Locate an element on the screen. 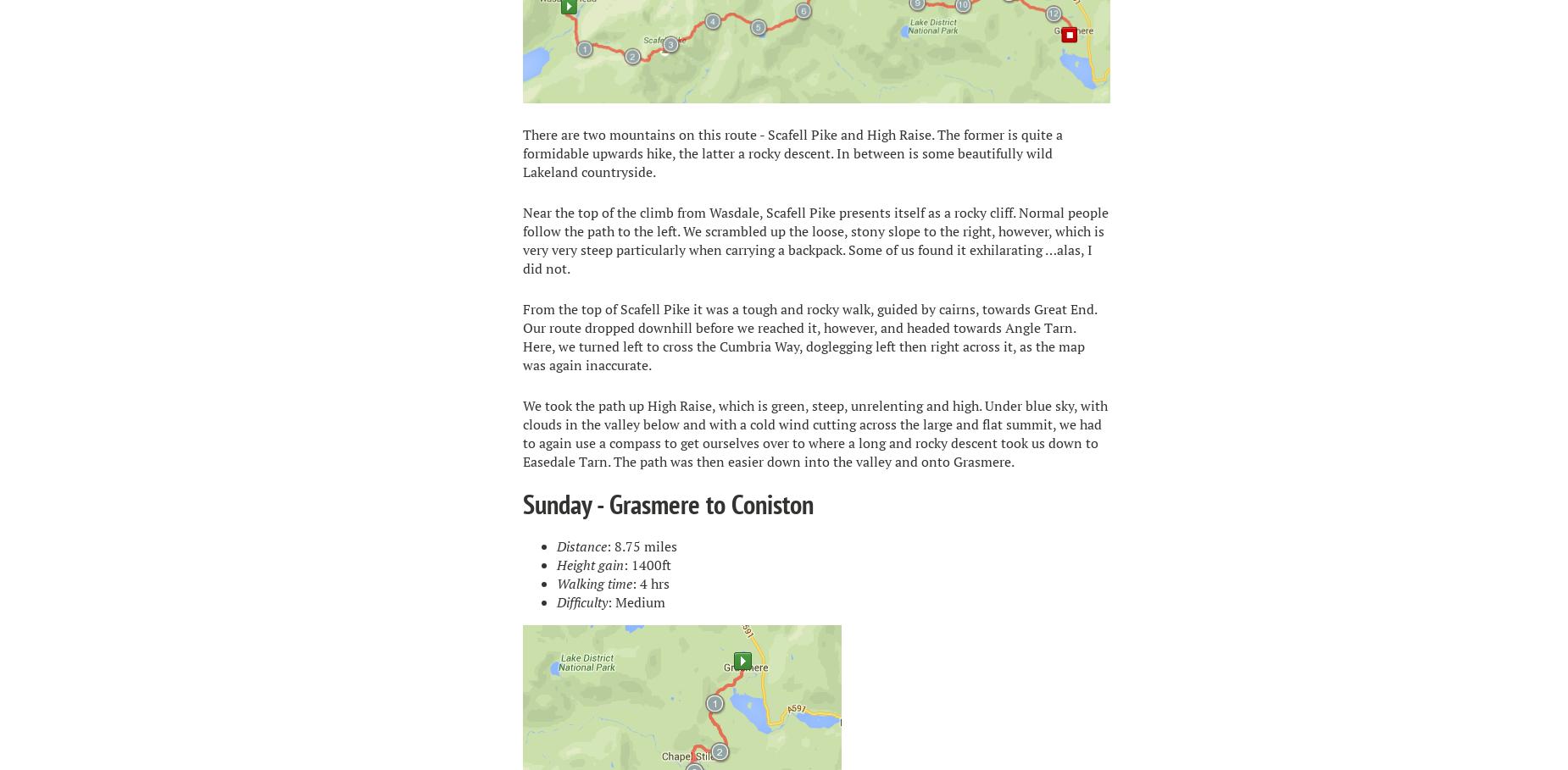  ': 8.75 miles' is located at coordinates (641, 545).